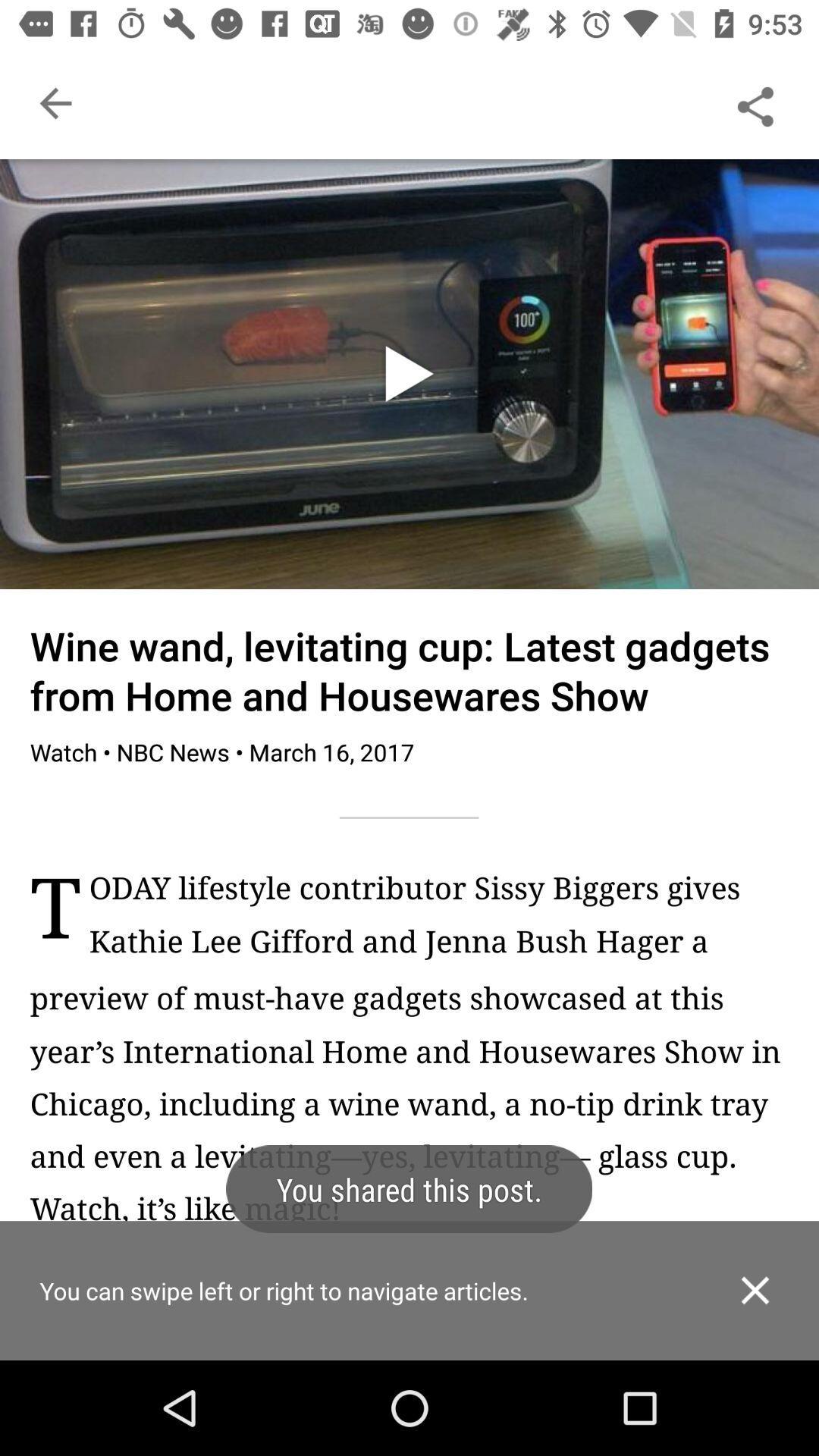  I want to click on search, so click(755, 102).